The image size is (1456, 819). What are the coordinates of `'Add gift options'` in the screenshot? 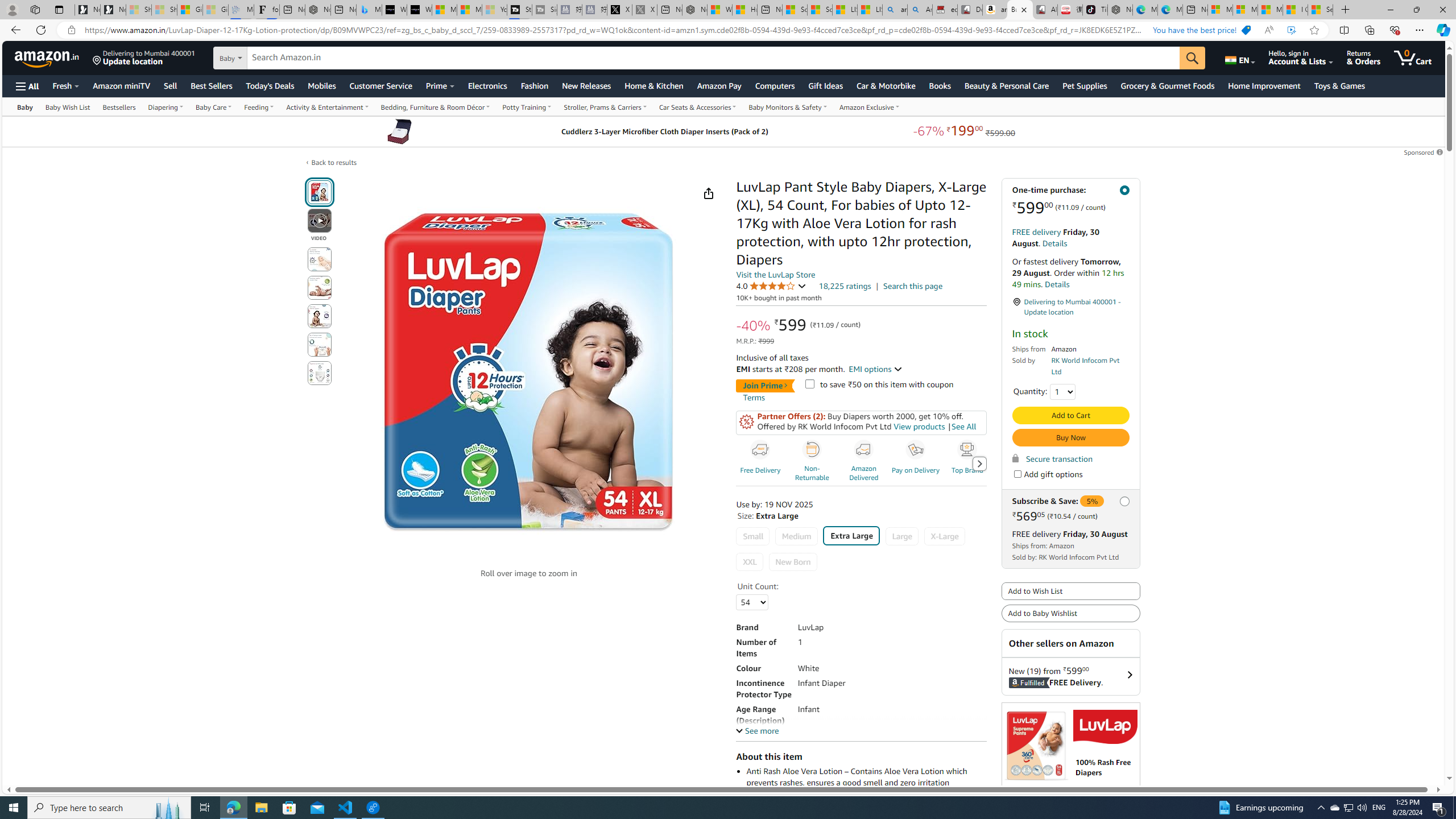 It's located at (1017, 473).